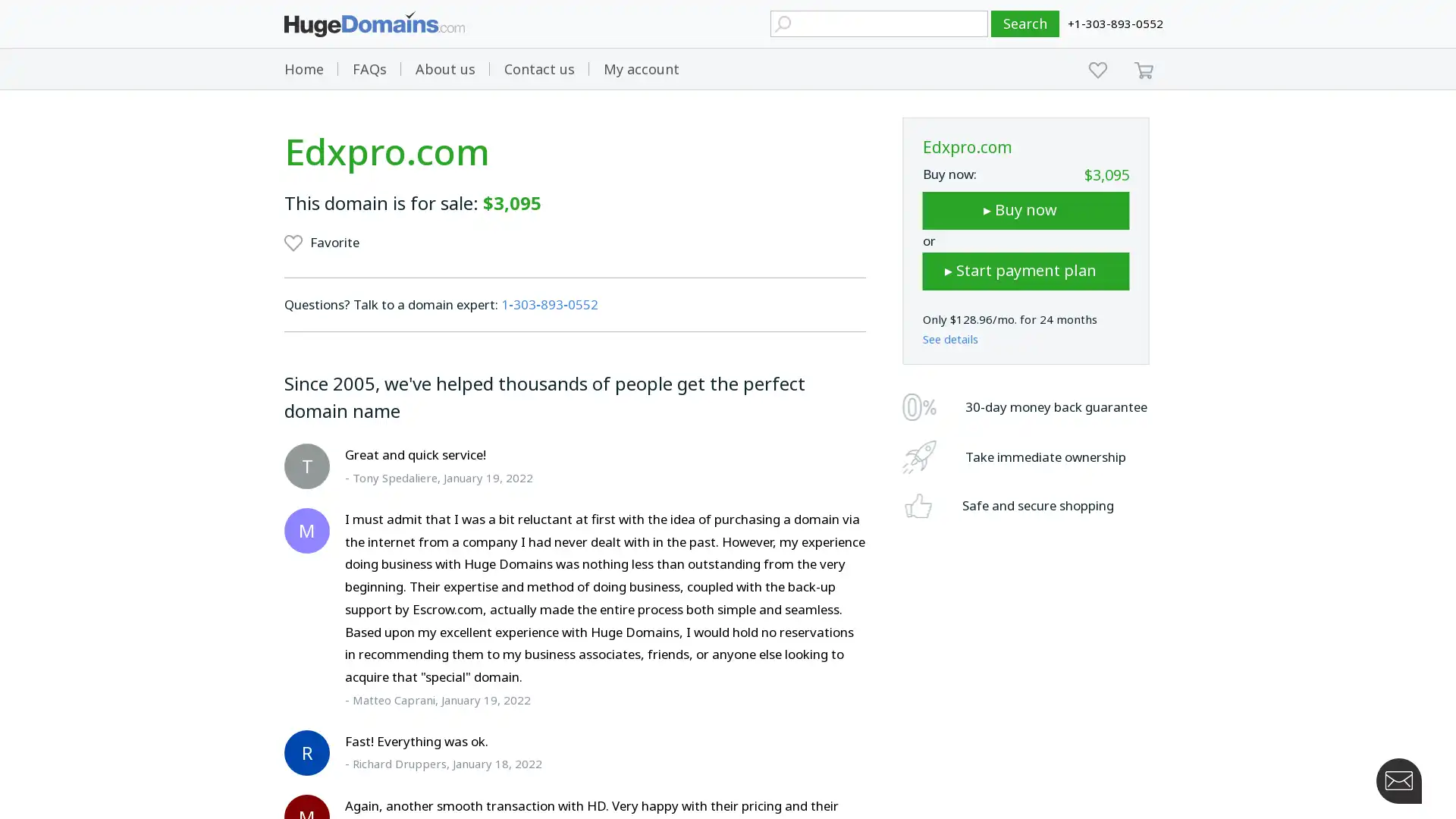 This screenshot has width=1456, height=819. Describe the element at coordinates (1025, 24) in the screenshot. I see `Search` at that location.